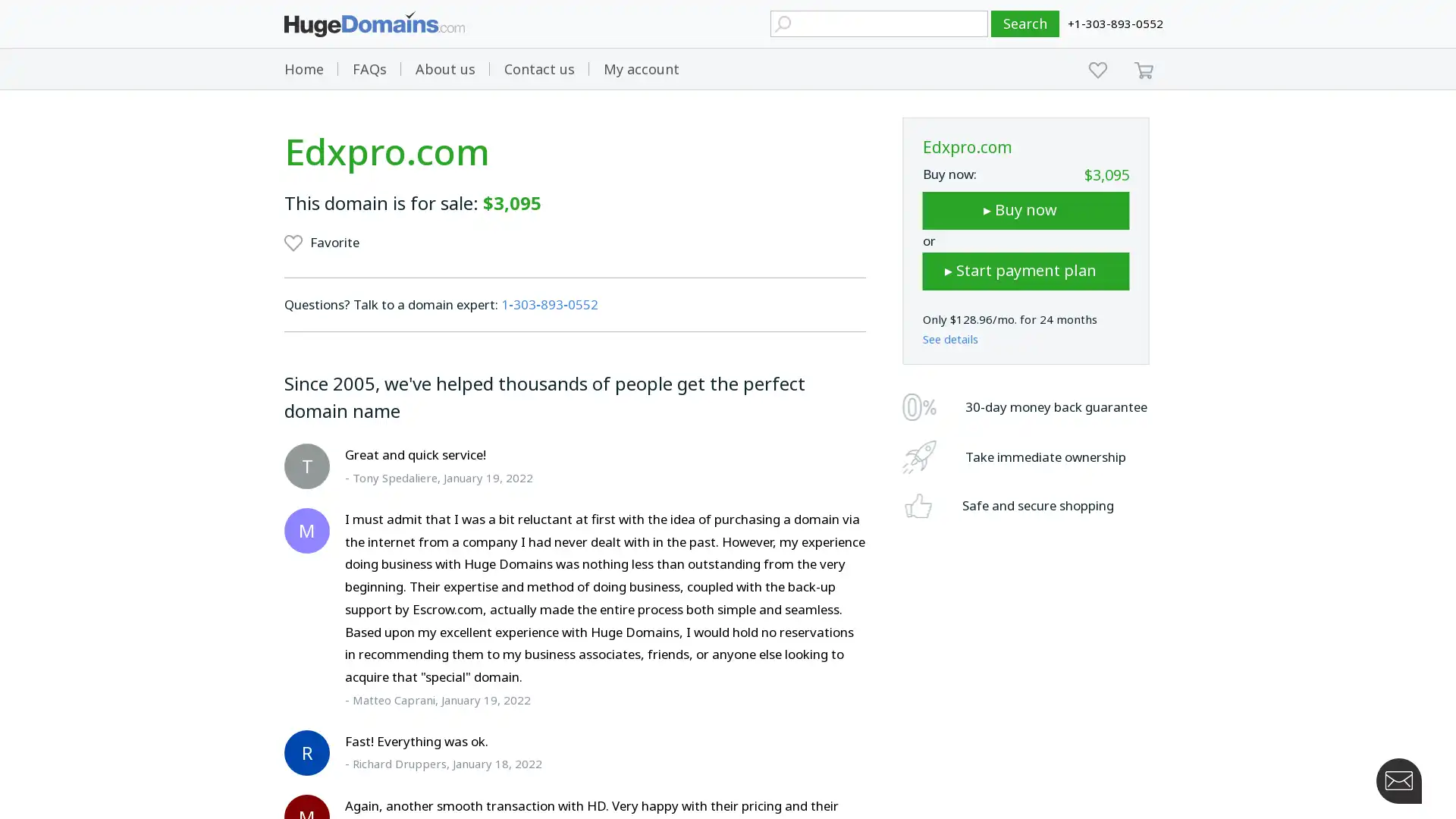 This screenshot has width=1456, height=819. Describe the element at coordinates (1025, 24) in the screenshot. I see `Search` at that location.